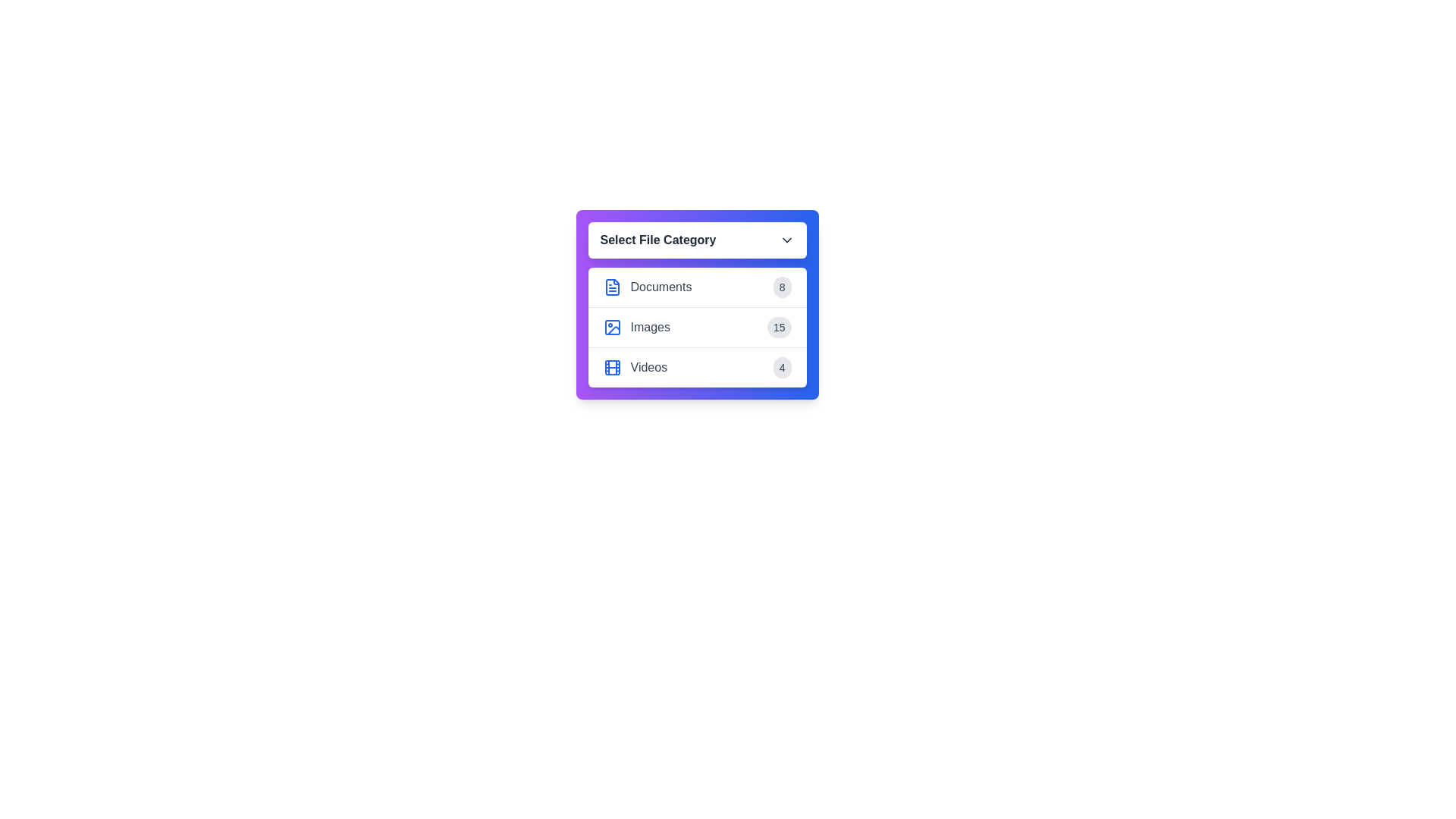 This screenshot has height=819, width=1456. I want to click on numerical value displayed by the badge indicating the count of items associated with the 'Documents' category, located to the right of the 'Documents' label in the list of file categories, so click(782, 287).